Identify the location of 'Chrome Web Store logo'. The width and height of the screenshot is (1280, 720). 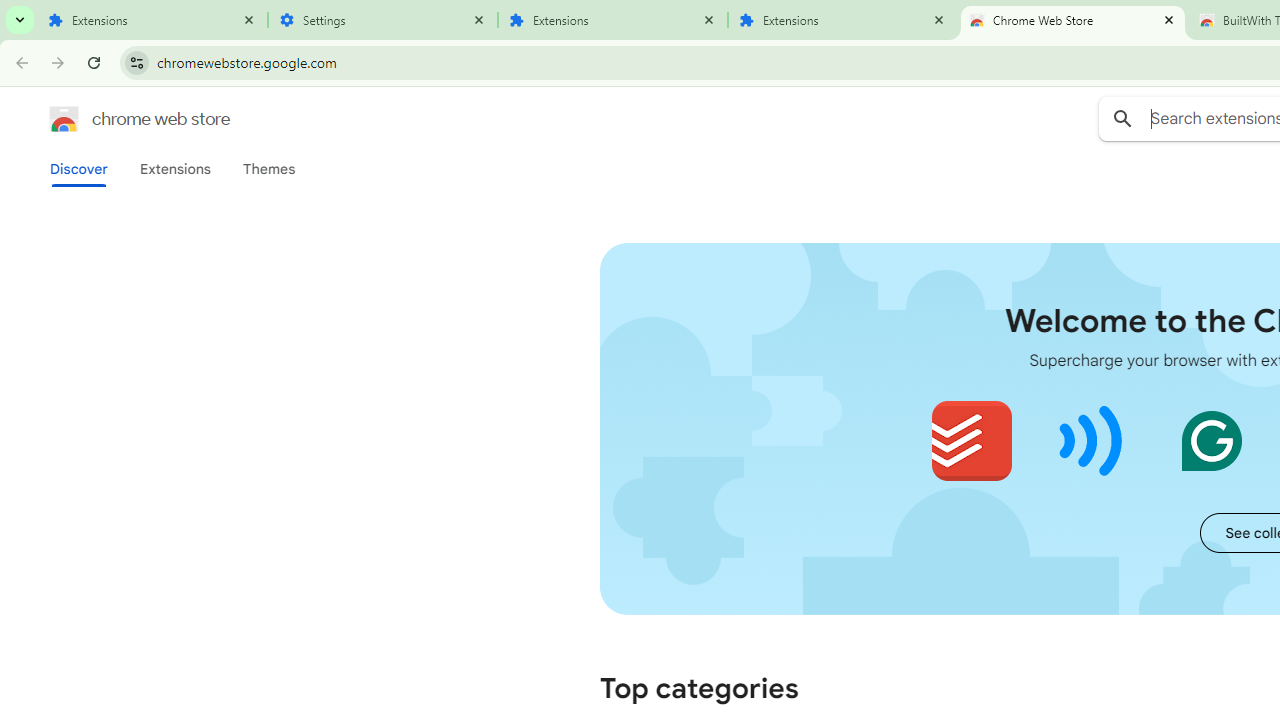
(64, 119).